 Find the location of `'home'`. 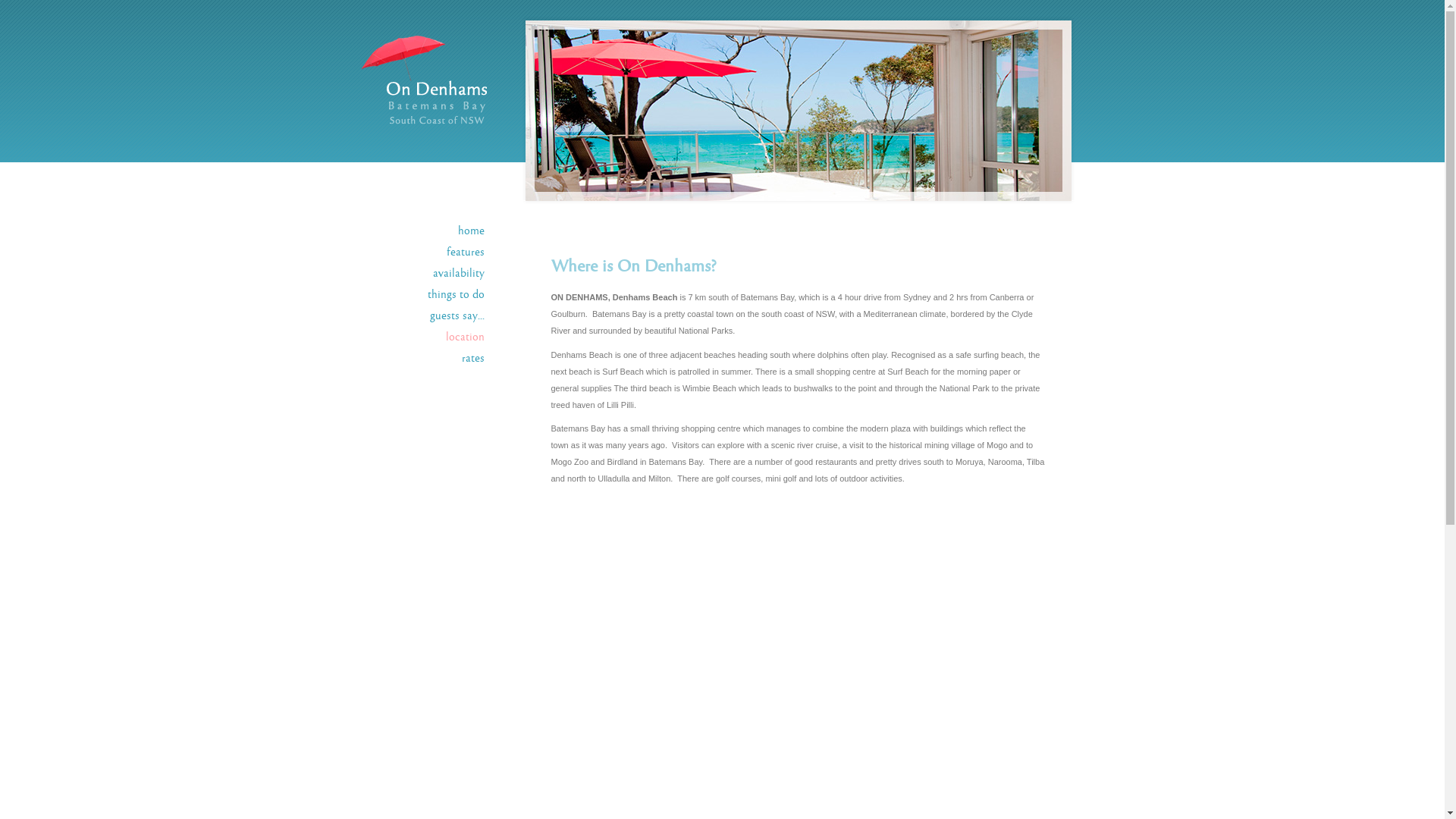

'home' is located at coordinates (470, 231).